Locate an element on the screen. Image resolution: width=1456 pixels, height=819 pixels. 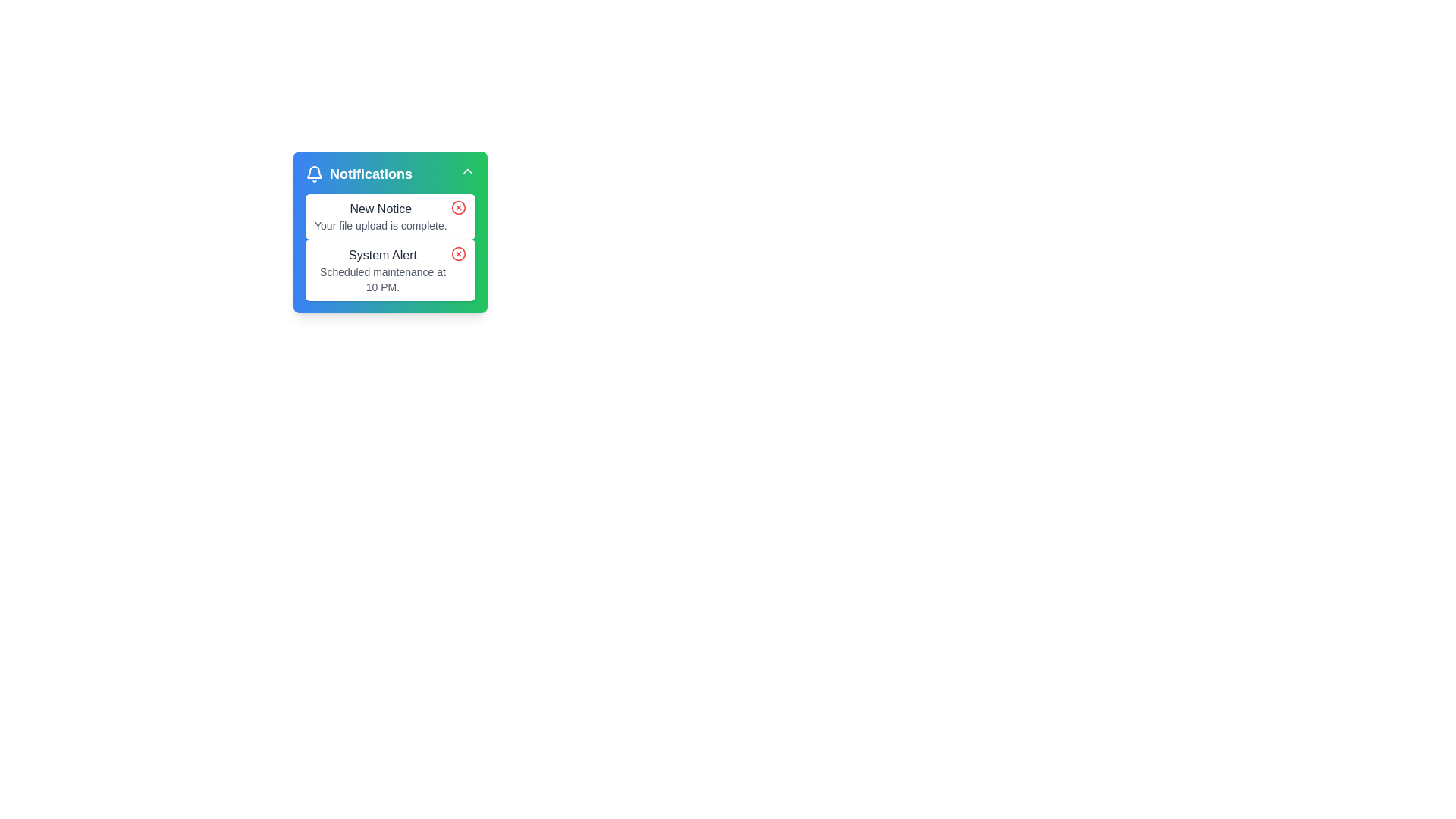
text label displaying 'Notifications', which is styled in bold and larger size, located in the header section of the notification panel is located at coordinates (371, 174).